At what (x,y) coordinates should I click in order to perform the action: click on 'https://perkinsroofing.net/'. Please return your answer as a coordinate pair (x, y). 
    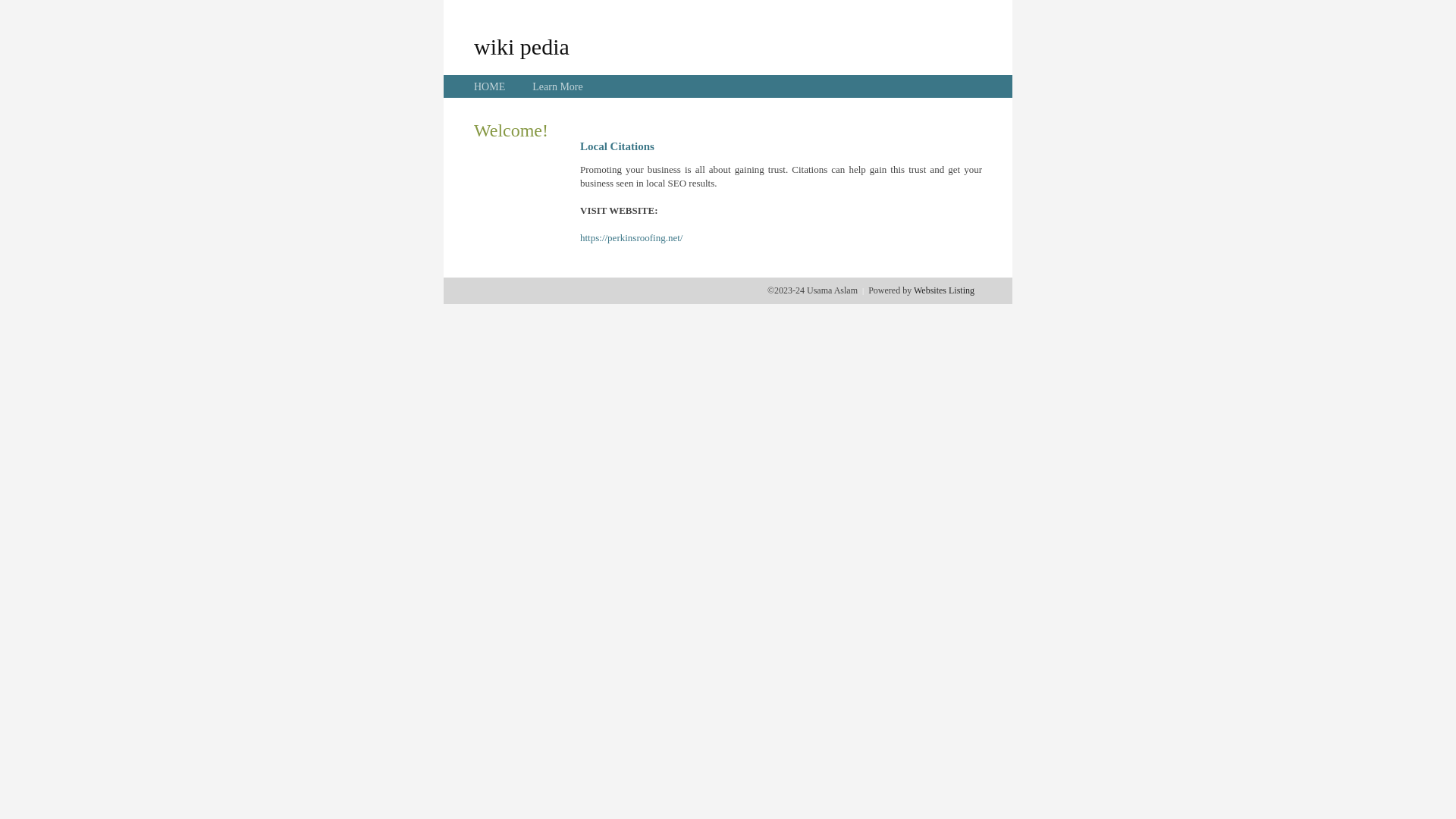
    Looking at the image, I should click on (631, 237).